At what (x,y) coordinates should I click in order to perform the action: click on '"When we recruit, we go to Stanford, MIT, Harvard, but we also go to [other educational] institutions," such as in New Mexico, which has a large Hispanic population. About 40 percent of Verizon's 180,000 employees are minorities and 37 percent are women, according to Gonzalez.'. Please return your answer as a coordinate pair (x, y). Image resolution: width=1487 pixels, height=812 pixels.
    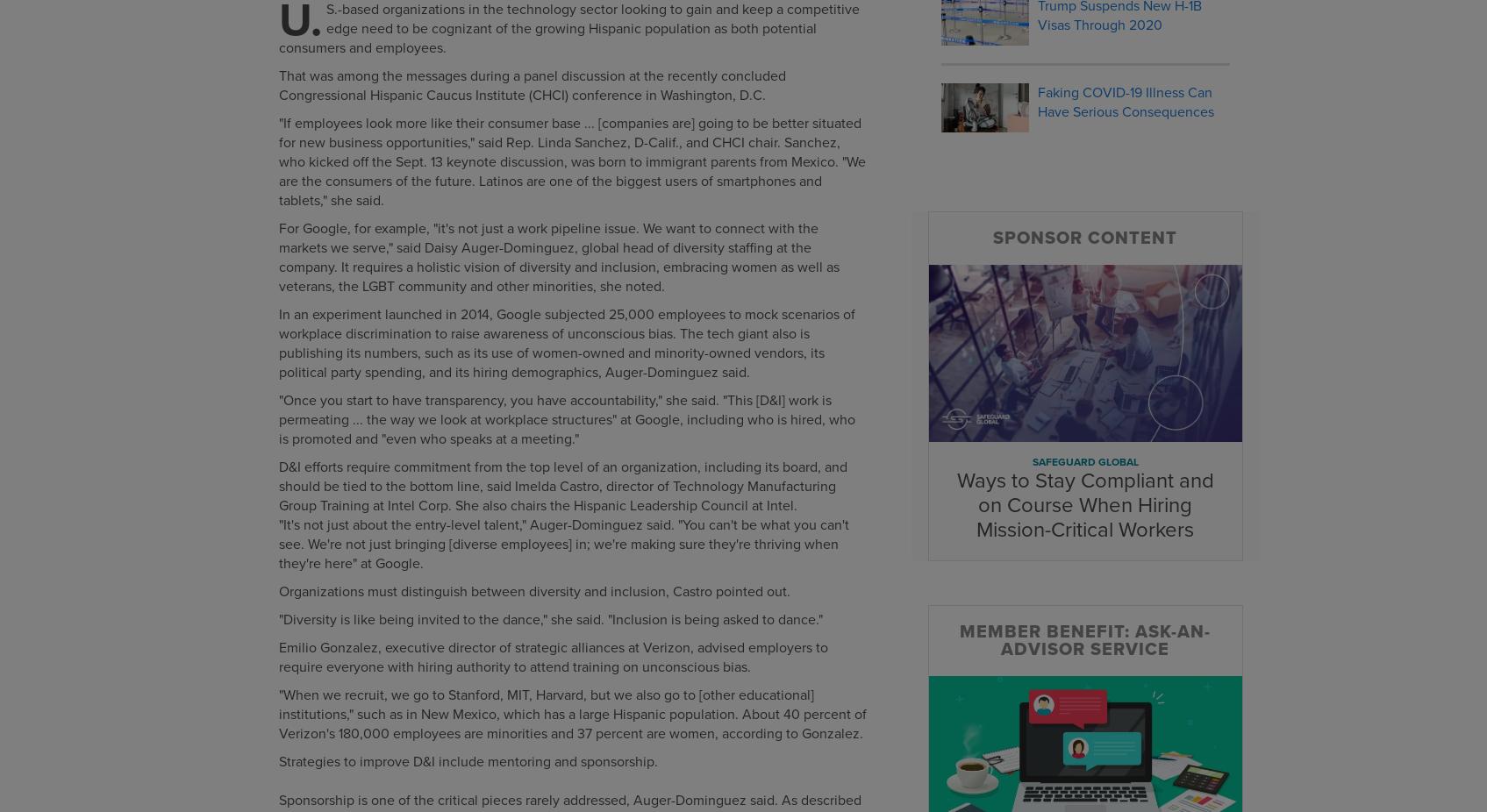
    Looking at the image, I should click on (572, 714).